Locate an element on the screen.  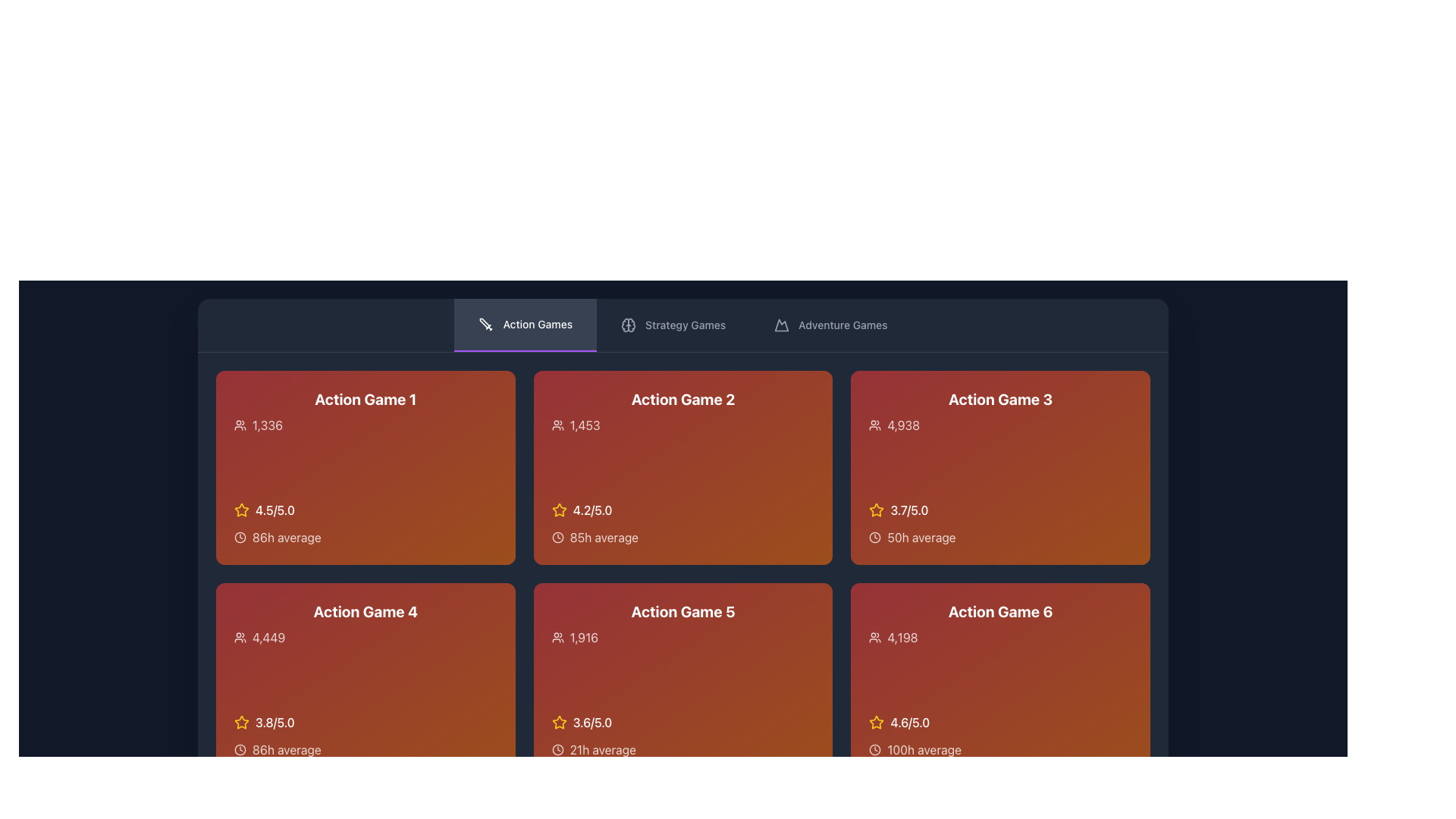
the text label displaying '100h average' styled with white text on a red background, located in the bottom-right corner of the red card layout for 'Action Game 6', positioned immediately to the right of the clock icon is located at coordinates (924, 748).